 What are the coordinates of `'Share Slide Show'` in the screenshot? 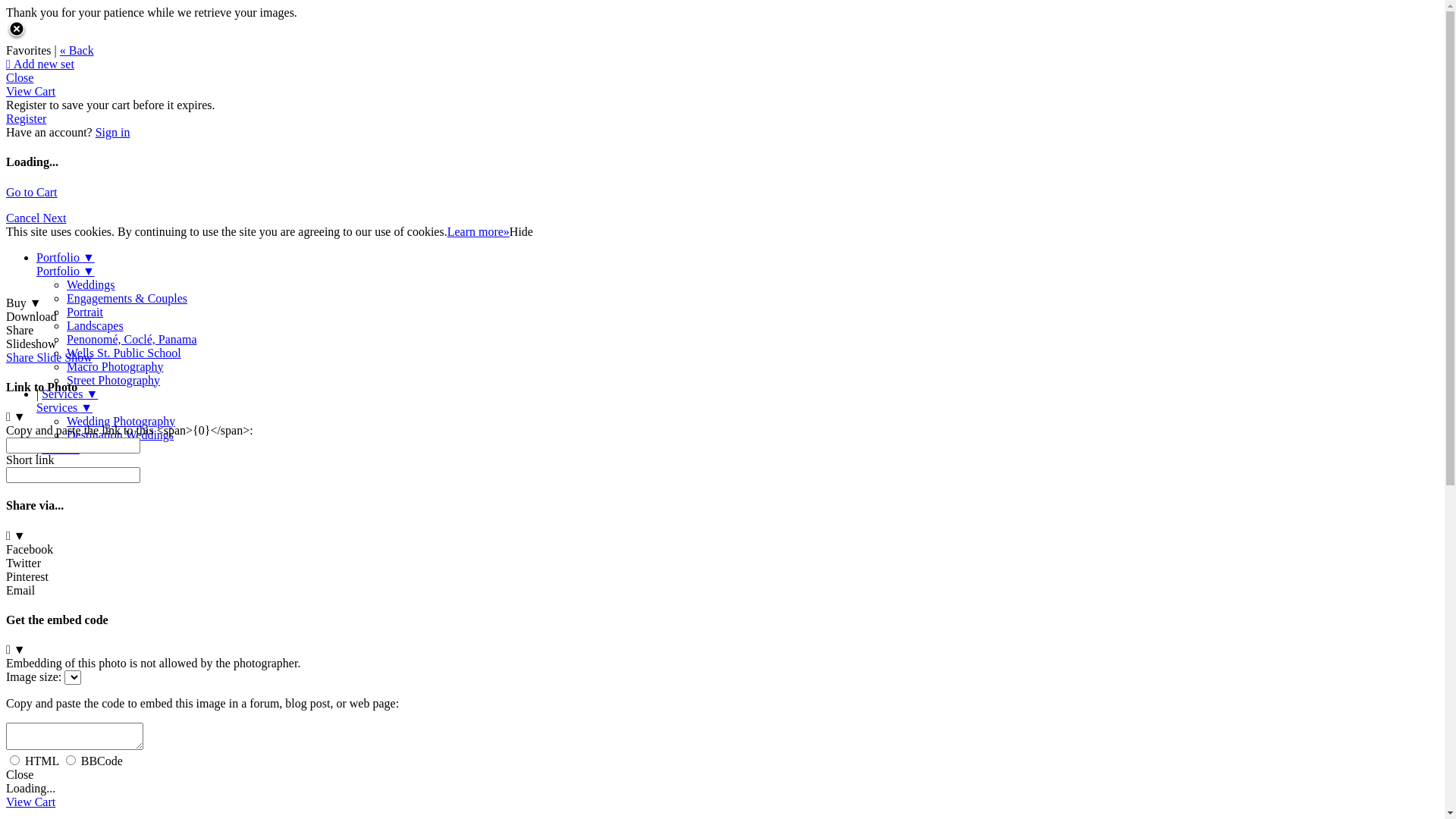 It's located at (49, 357).